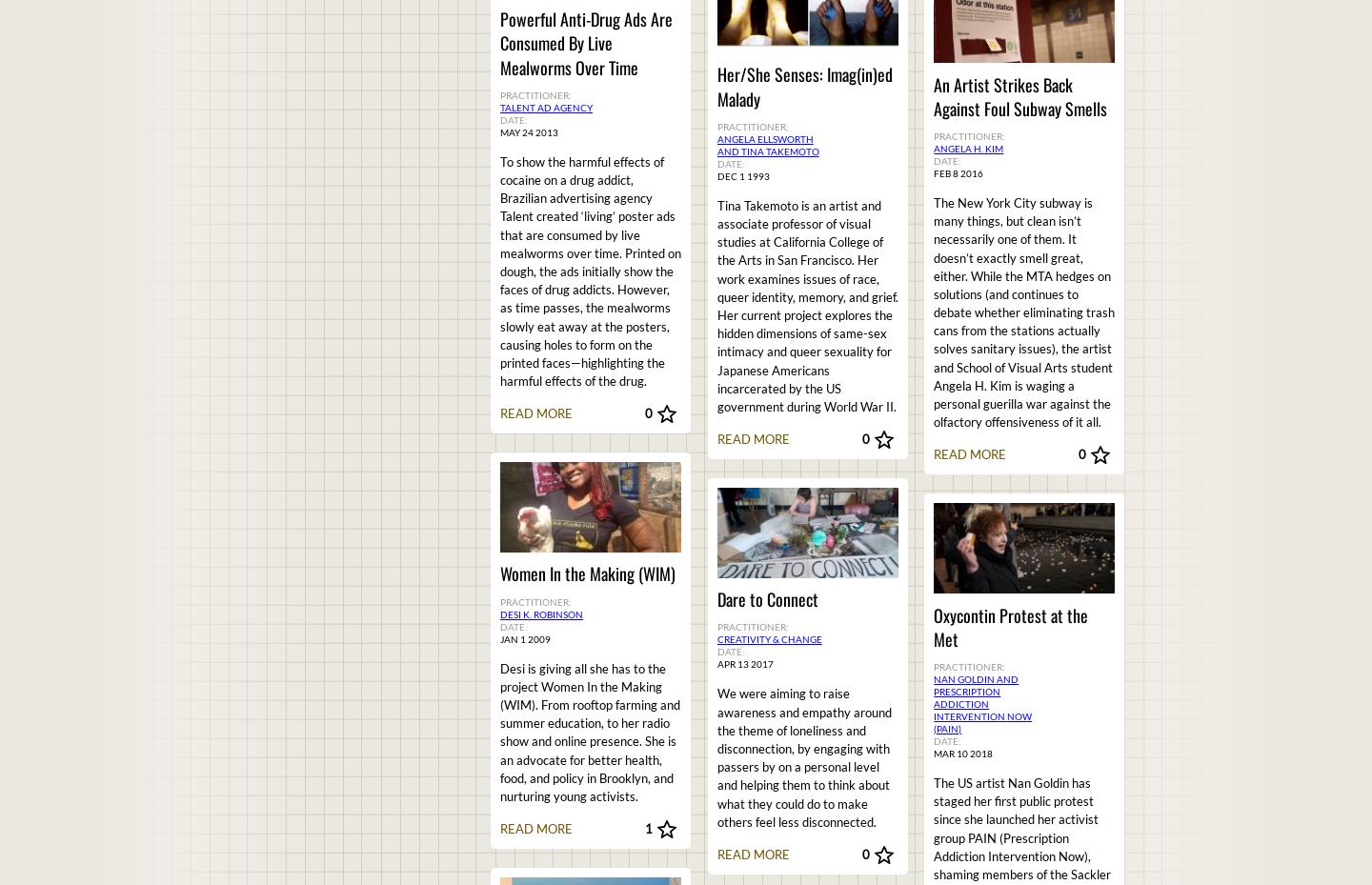 Image resolution: width=1372 pixels, height=885 pixels. I want to click on 'Angela H. Kim', so click(967, 147).